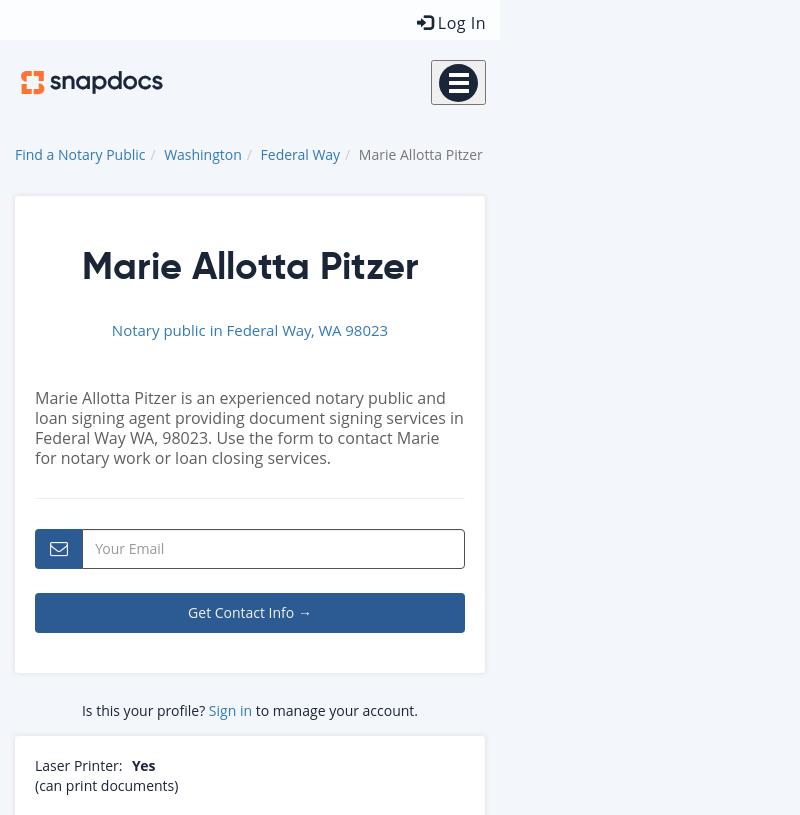 This screenshot has height=815, width=800. What do you see at coordinates (523, 197) in the screenshot?
I see `'Customer Stories'` at bounding box center [523, 197].